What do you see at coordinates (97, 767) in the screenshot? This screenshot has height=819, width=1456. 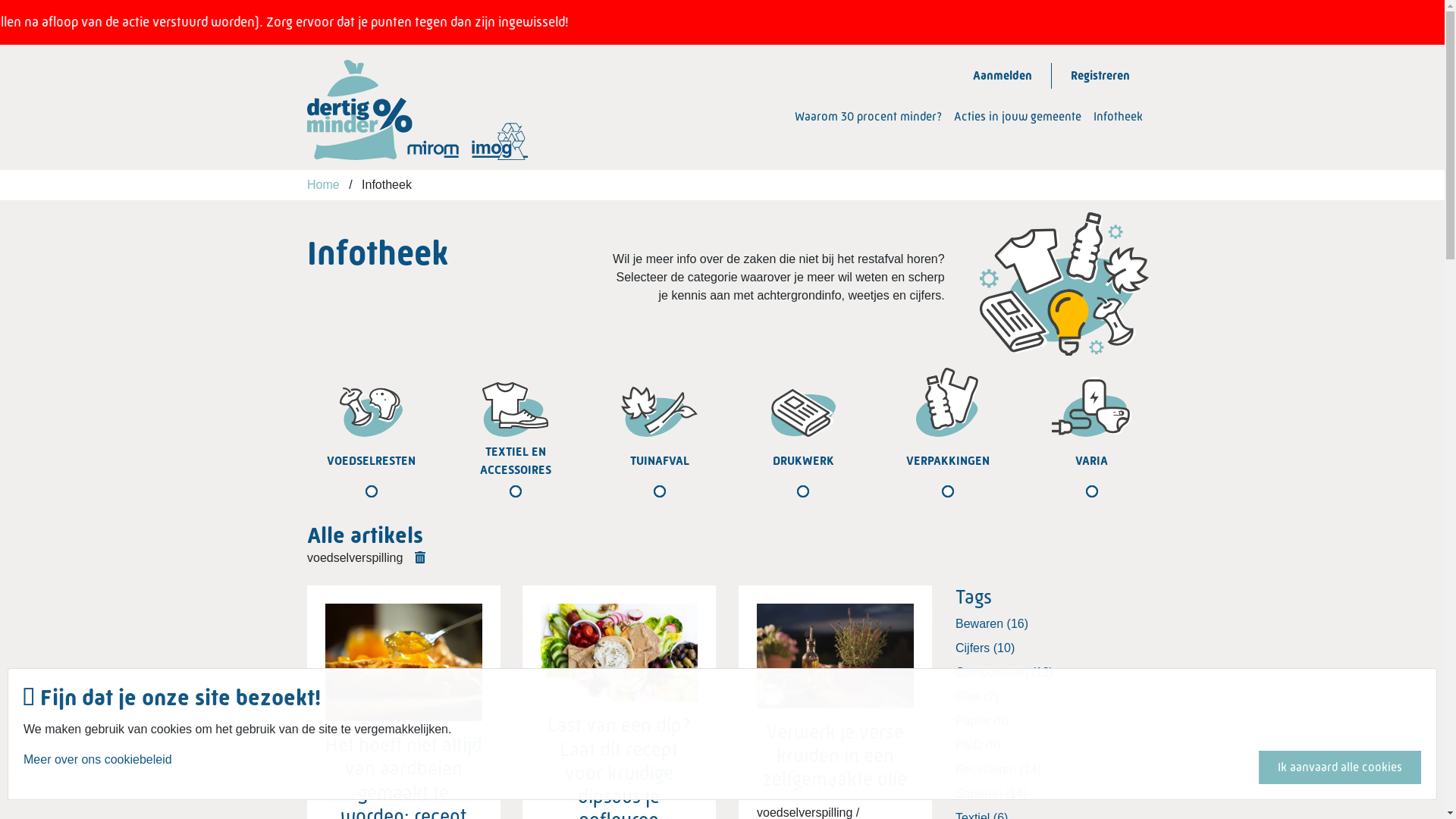 I see `'Meer over ons cookiebeleid'` at bounding box center [97, 767].